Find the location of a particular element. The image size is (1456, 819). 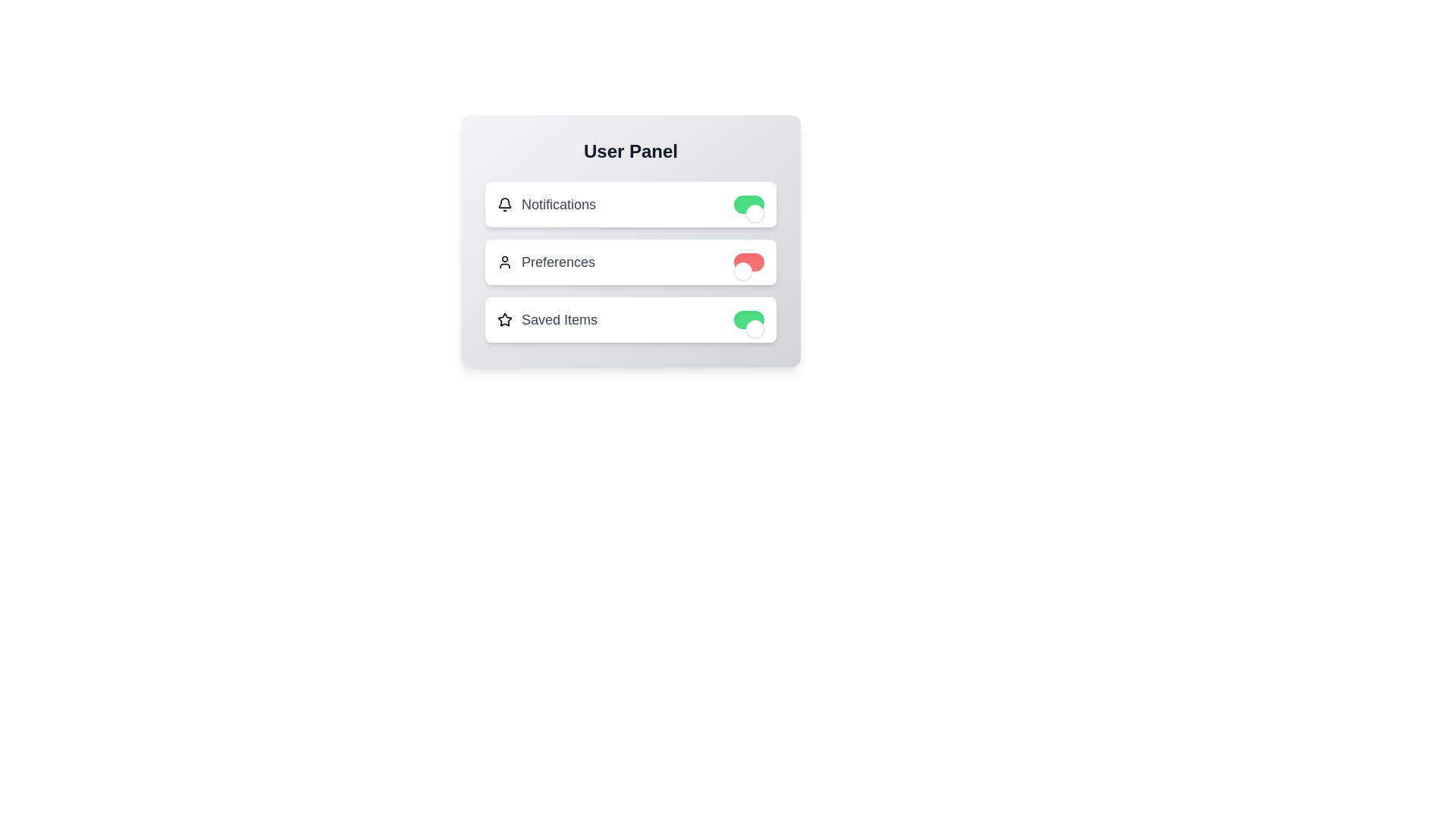

the toggle switch for 'Saved Items' to change its active state is located at coordinates (749, 318).